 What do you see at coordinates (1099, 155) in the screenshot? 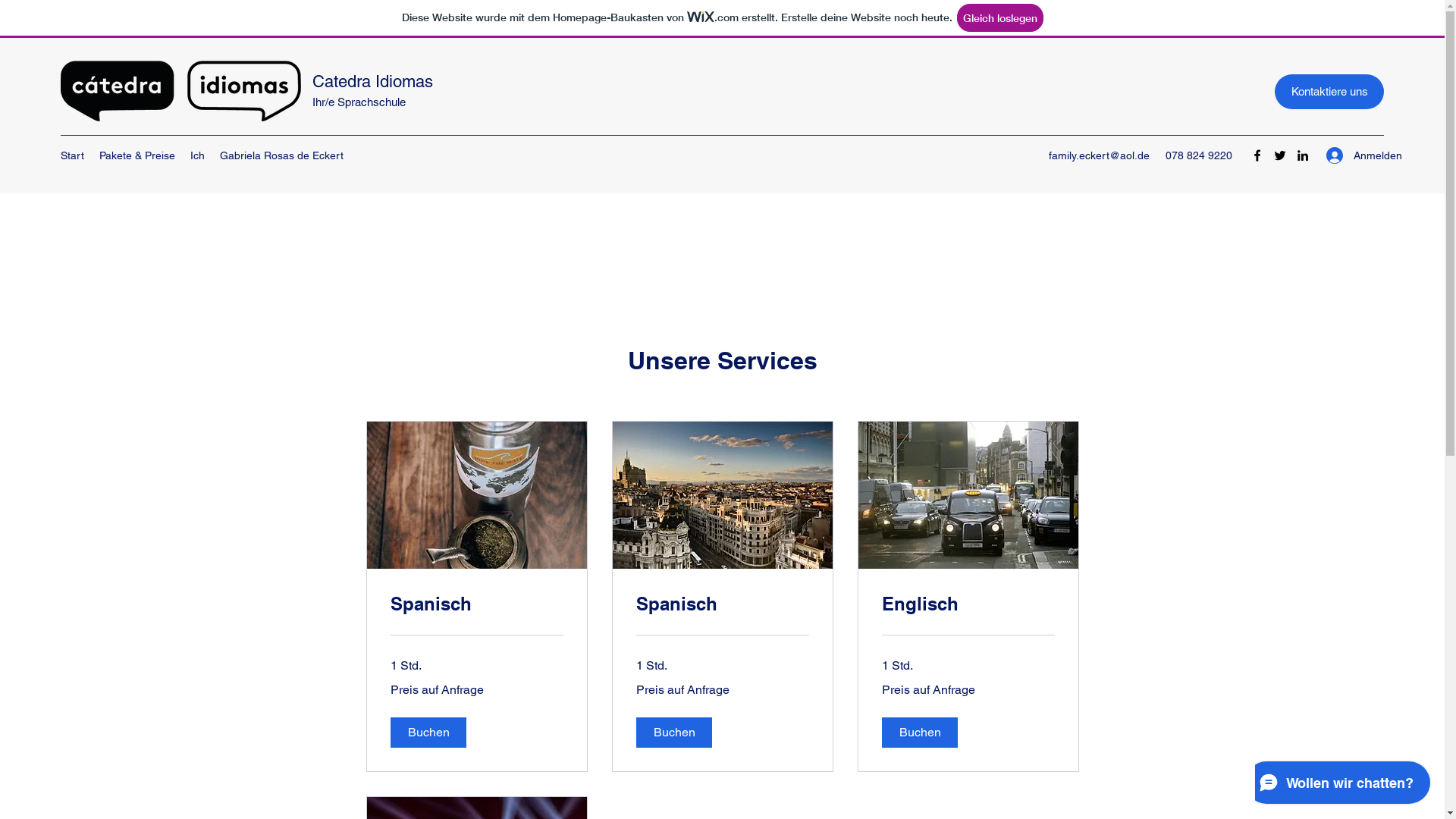
I see `'family.eckert@aol.de'` at bounding box center [1099, 155].